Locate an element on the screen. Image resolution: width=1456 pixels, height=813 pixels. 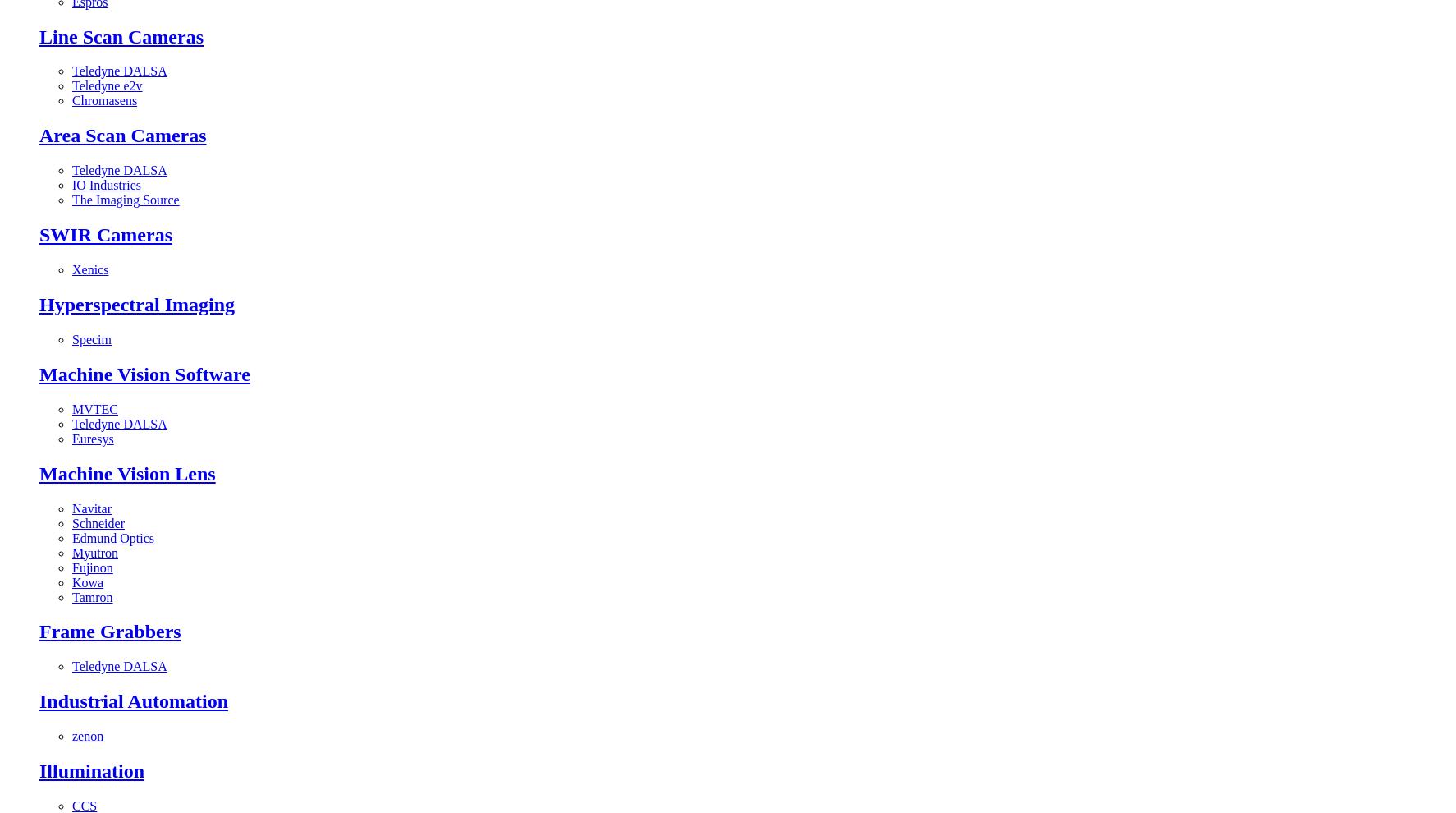
'Specim' is located at coordinates (71, 338).